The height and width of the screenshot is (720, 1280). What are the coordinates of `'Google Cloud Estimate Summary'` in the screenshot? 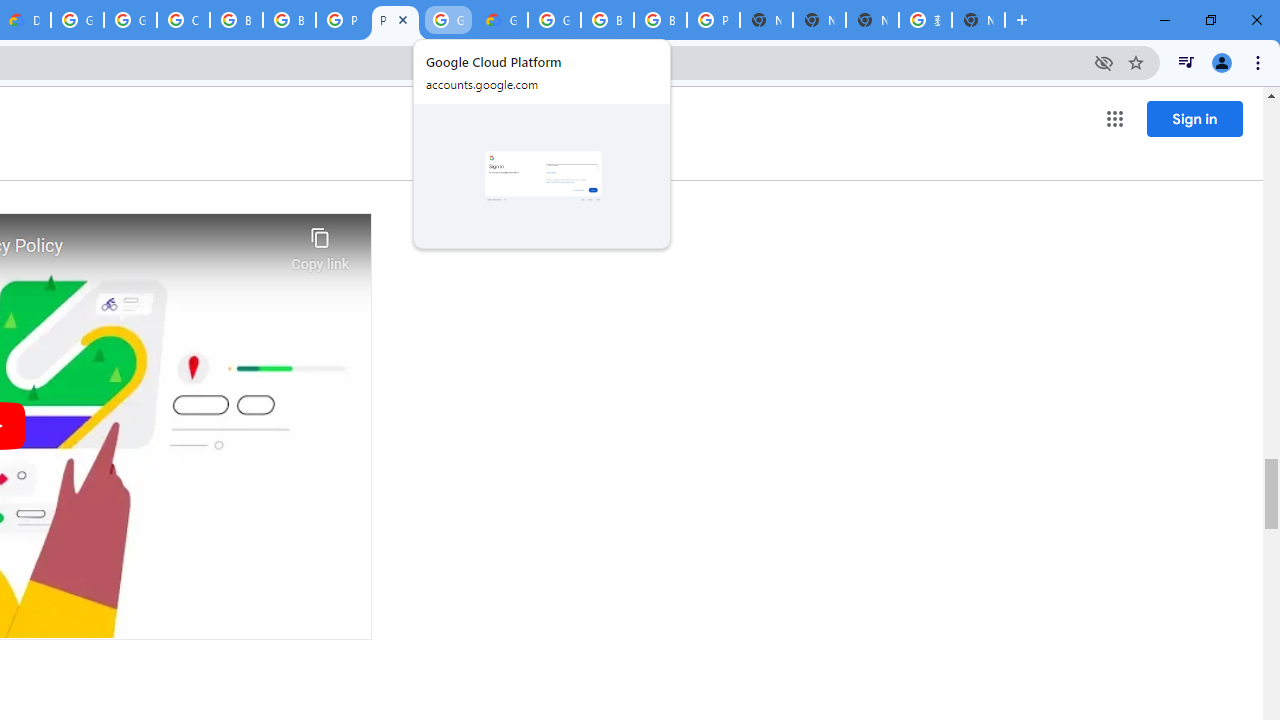 It's located at (501, 20).